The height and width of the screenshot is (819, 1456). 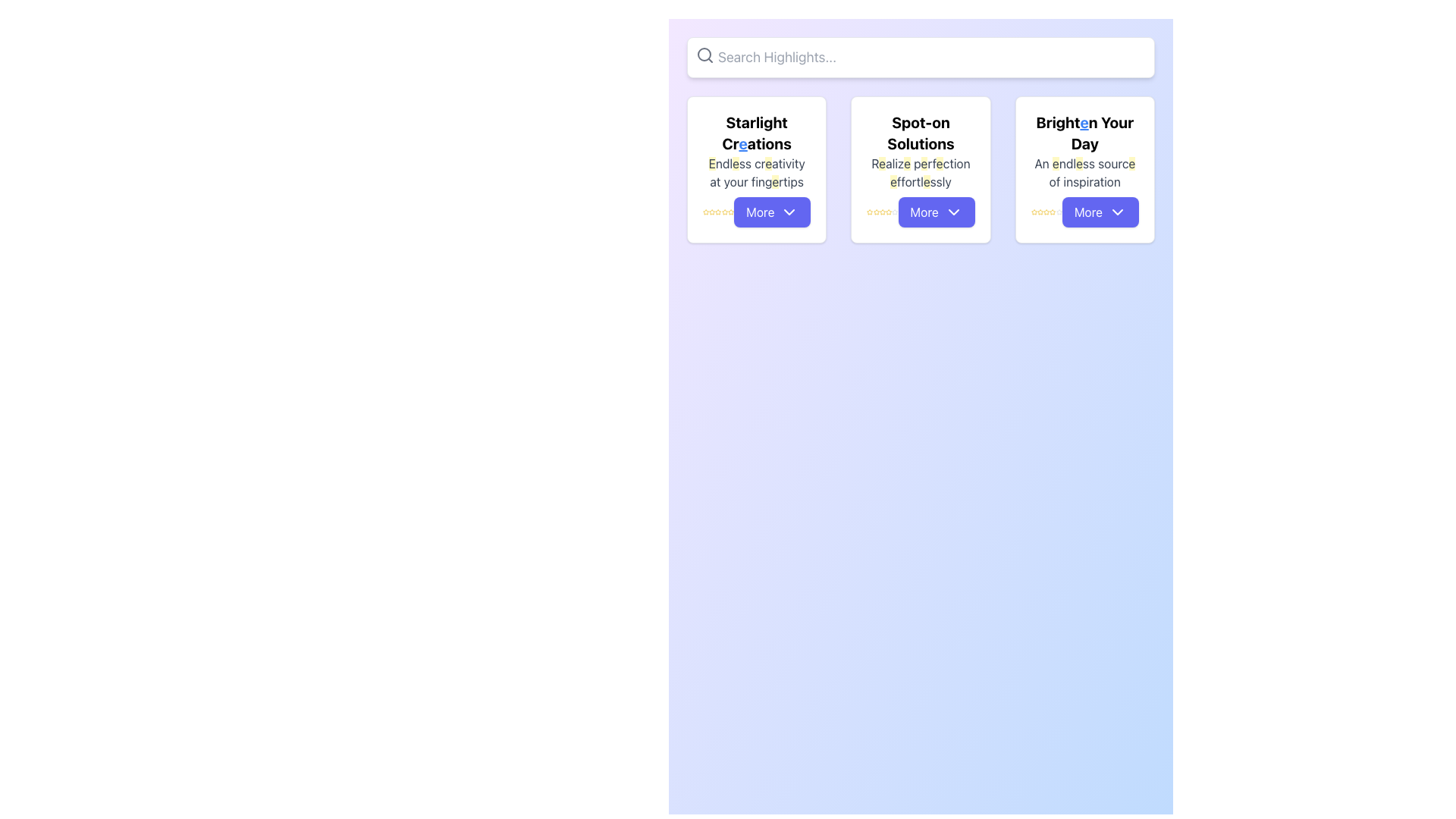 What do you see at coordinates (1066, 164) in the screenshot?
I see `the text element located in the second horizontal row of the third card, which is part of the phrase 'An endless source of inspiration.'` at bounding box center [1066, 164].